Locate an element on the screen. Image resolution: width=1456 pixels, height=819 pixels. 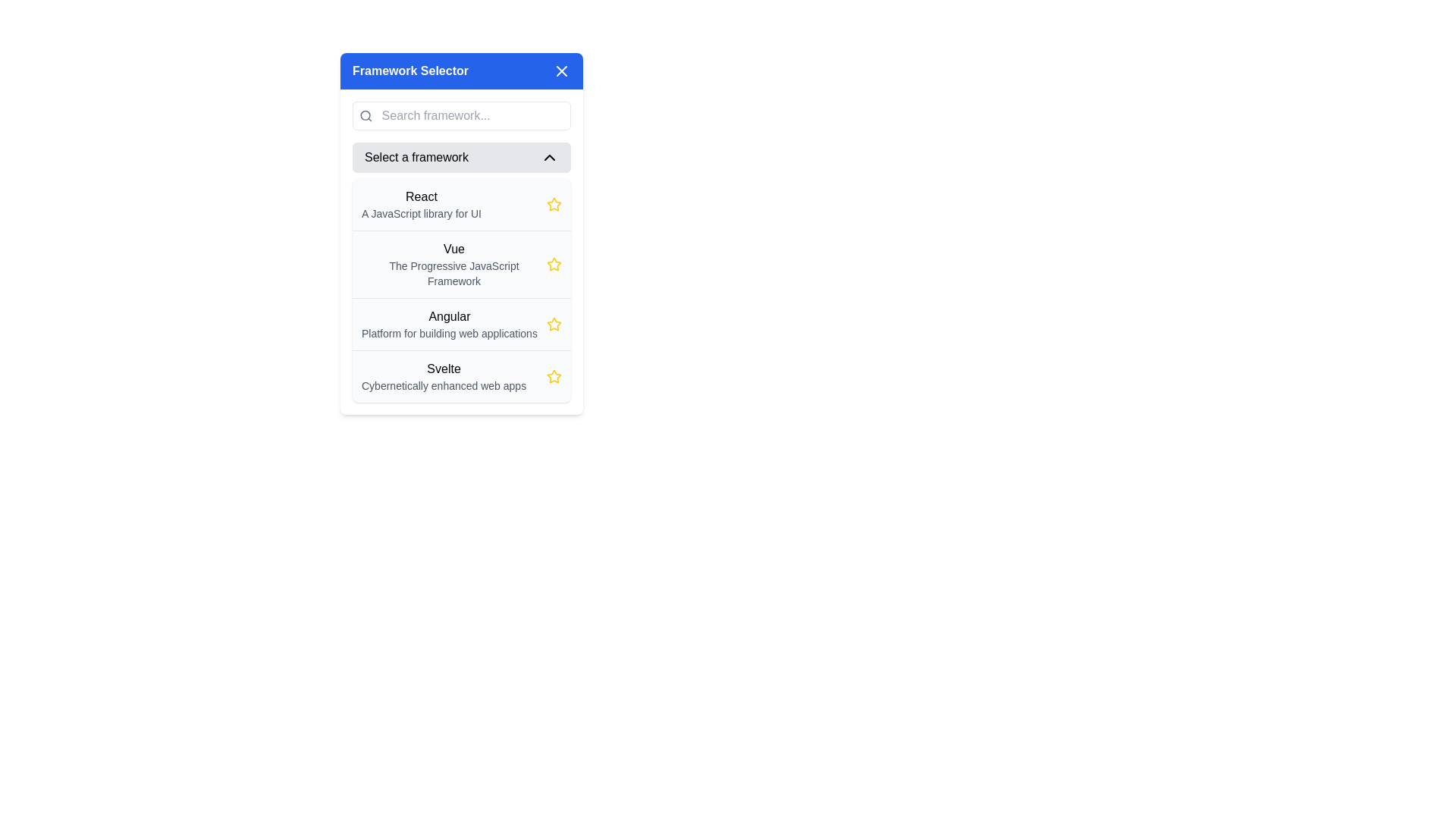
on the star icon used for ratings or marking favorites, located next is located at coordinates (553, 376).